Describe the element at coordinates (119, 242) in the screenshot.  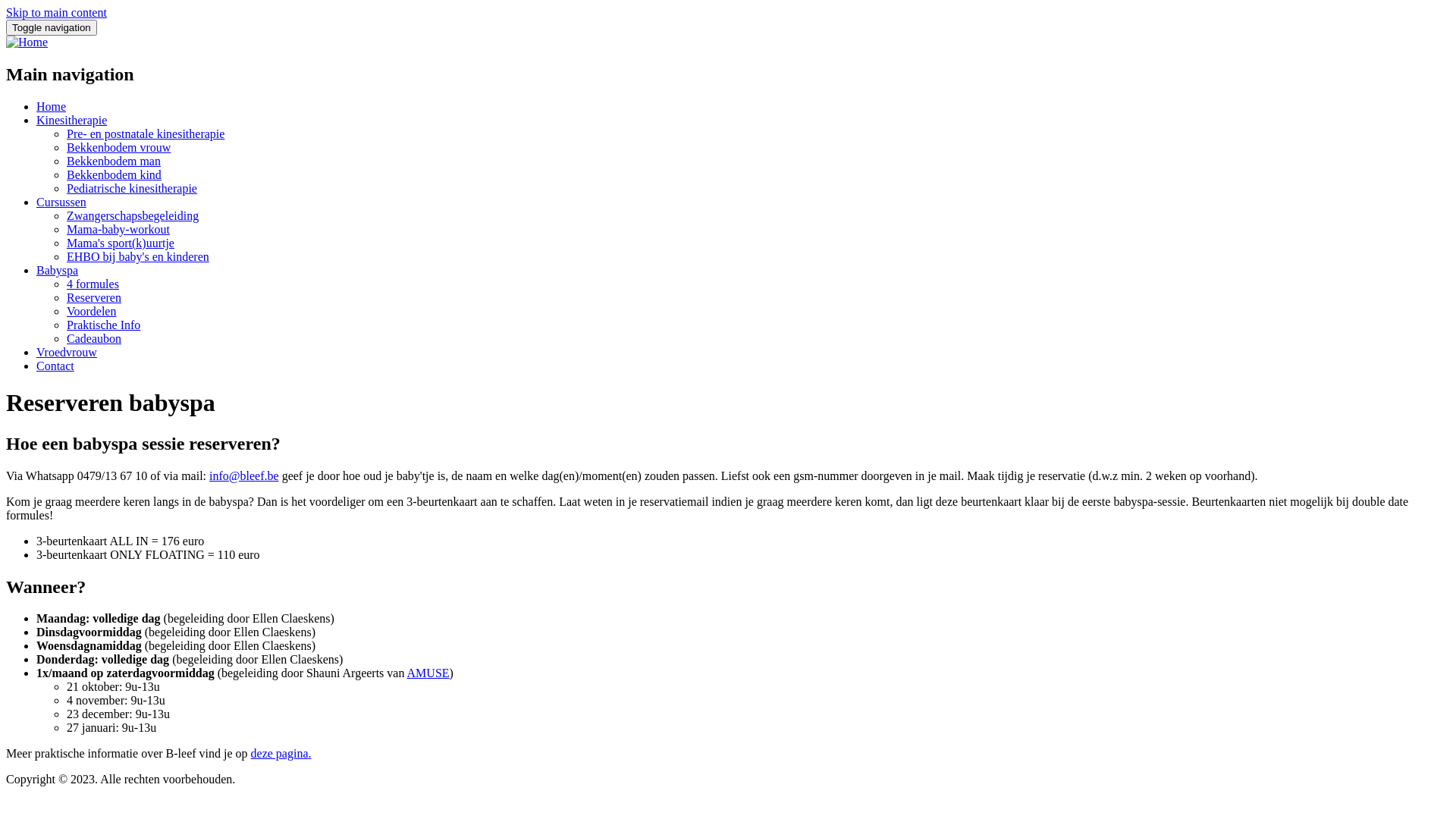
I see `'Mama's sport(k)uurtje'` at that location.